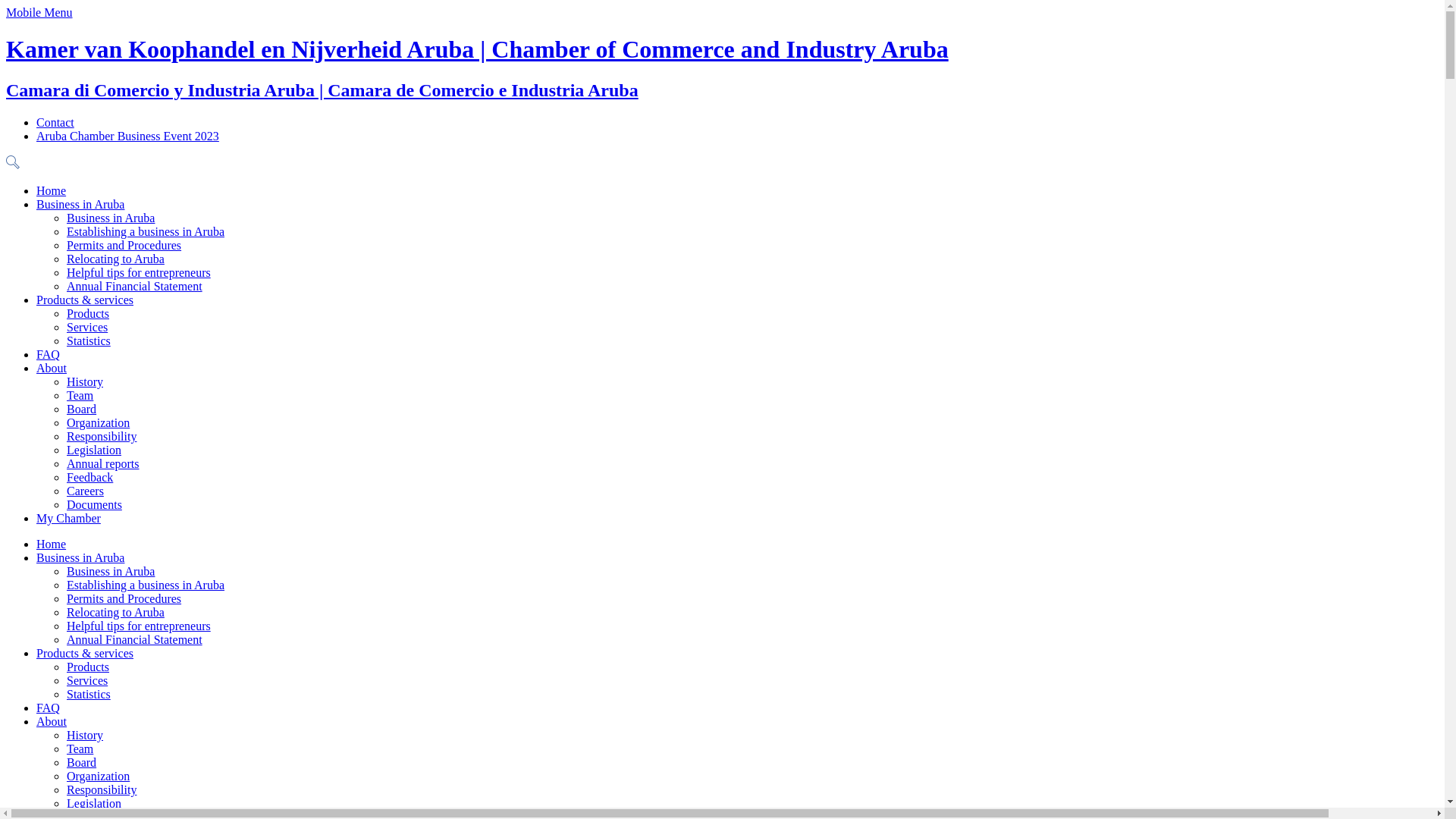 Image resolution: width=1456 pixels, height=819 pixels. I want to click on 'Products & services', so click(83, 300).